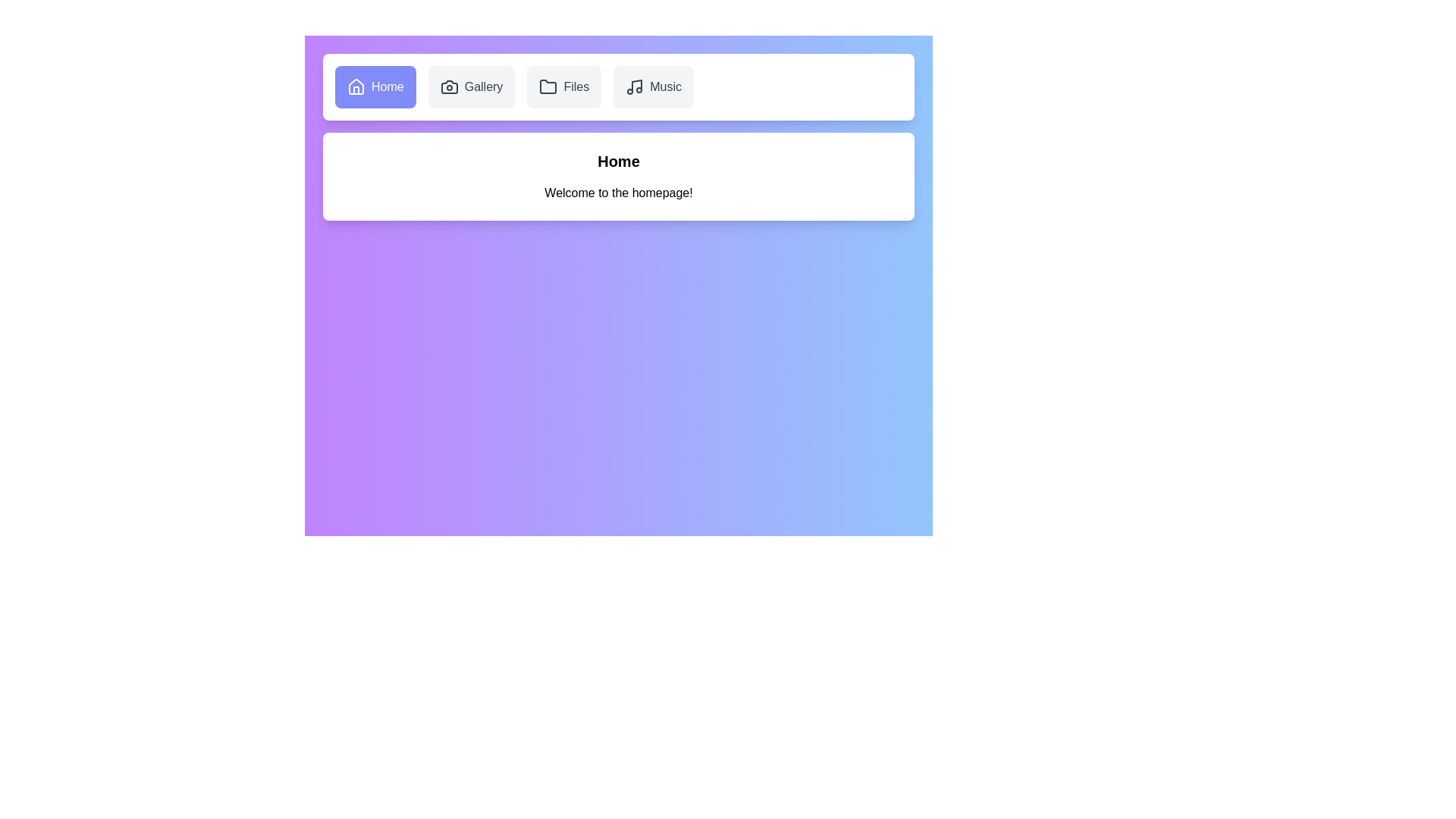 The height and width of the screenshot is (819, 1456). I want to click on the Music tab by clicking on it, so click(654, 87).